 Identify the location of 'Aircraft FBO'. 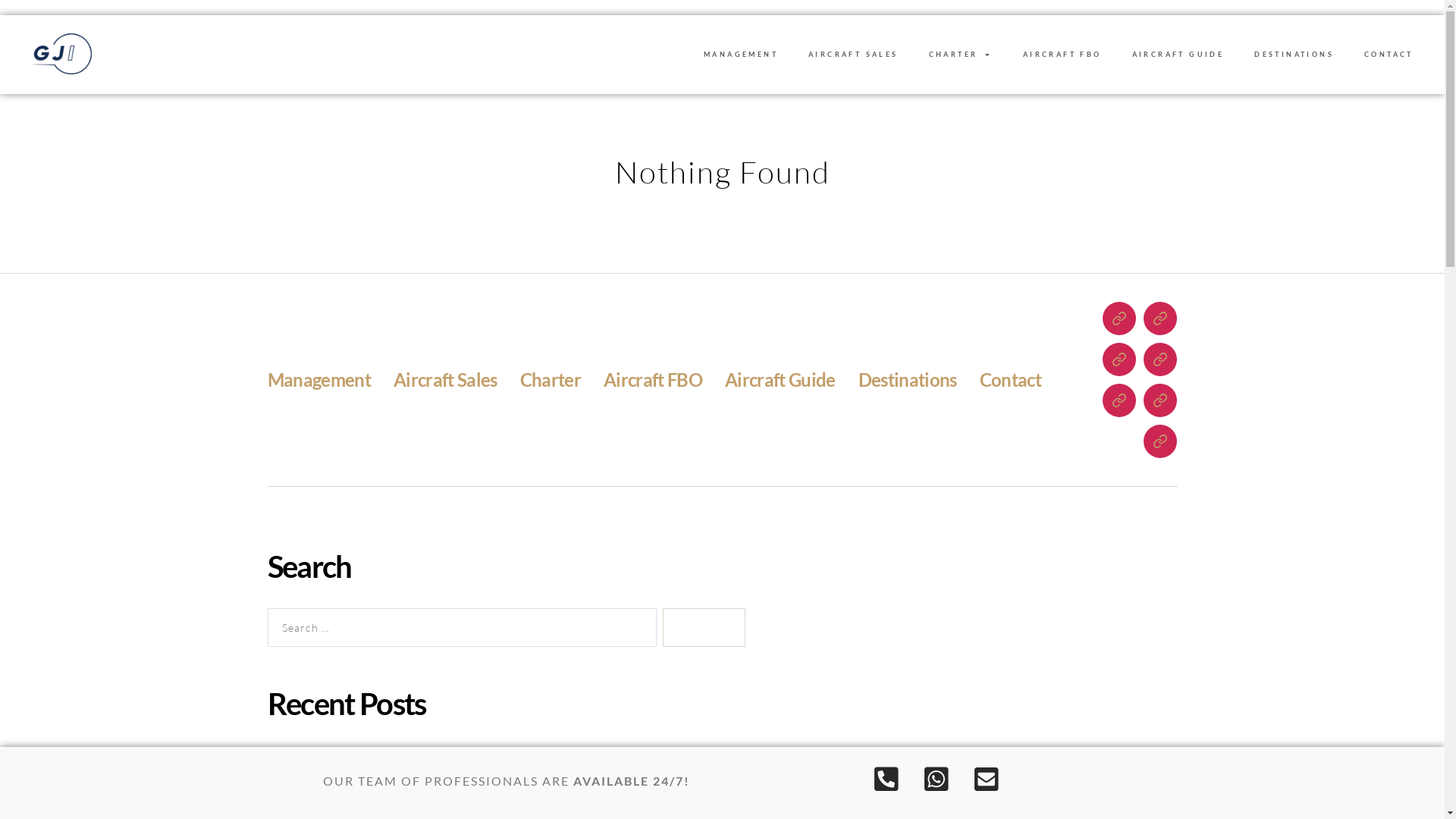
(603, 378).